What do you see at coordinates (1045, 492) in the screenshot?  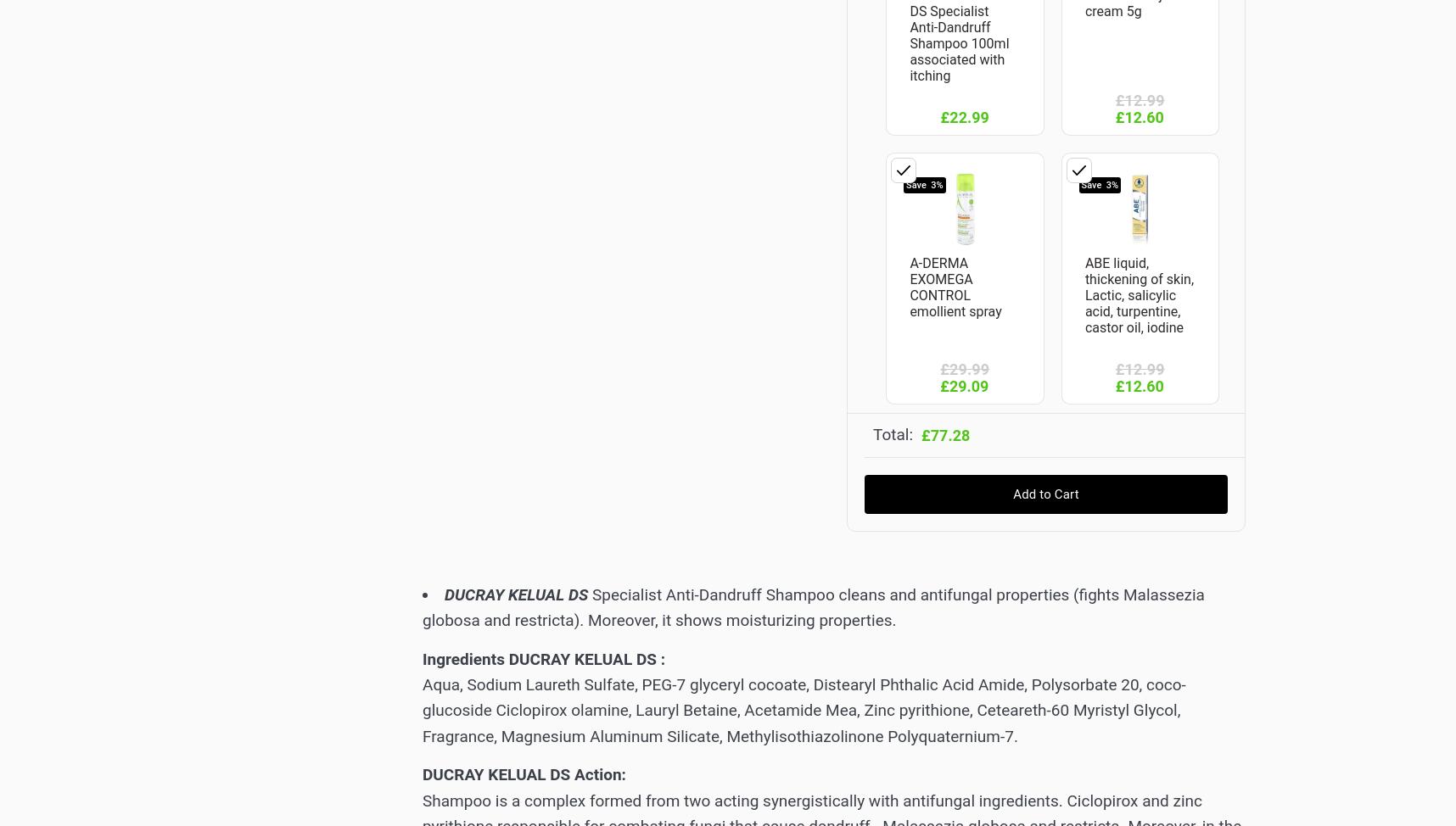 I see `'Add to Cart'` at bounding box center [1045, 492].